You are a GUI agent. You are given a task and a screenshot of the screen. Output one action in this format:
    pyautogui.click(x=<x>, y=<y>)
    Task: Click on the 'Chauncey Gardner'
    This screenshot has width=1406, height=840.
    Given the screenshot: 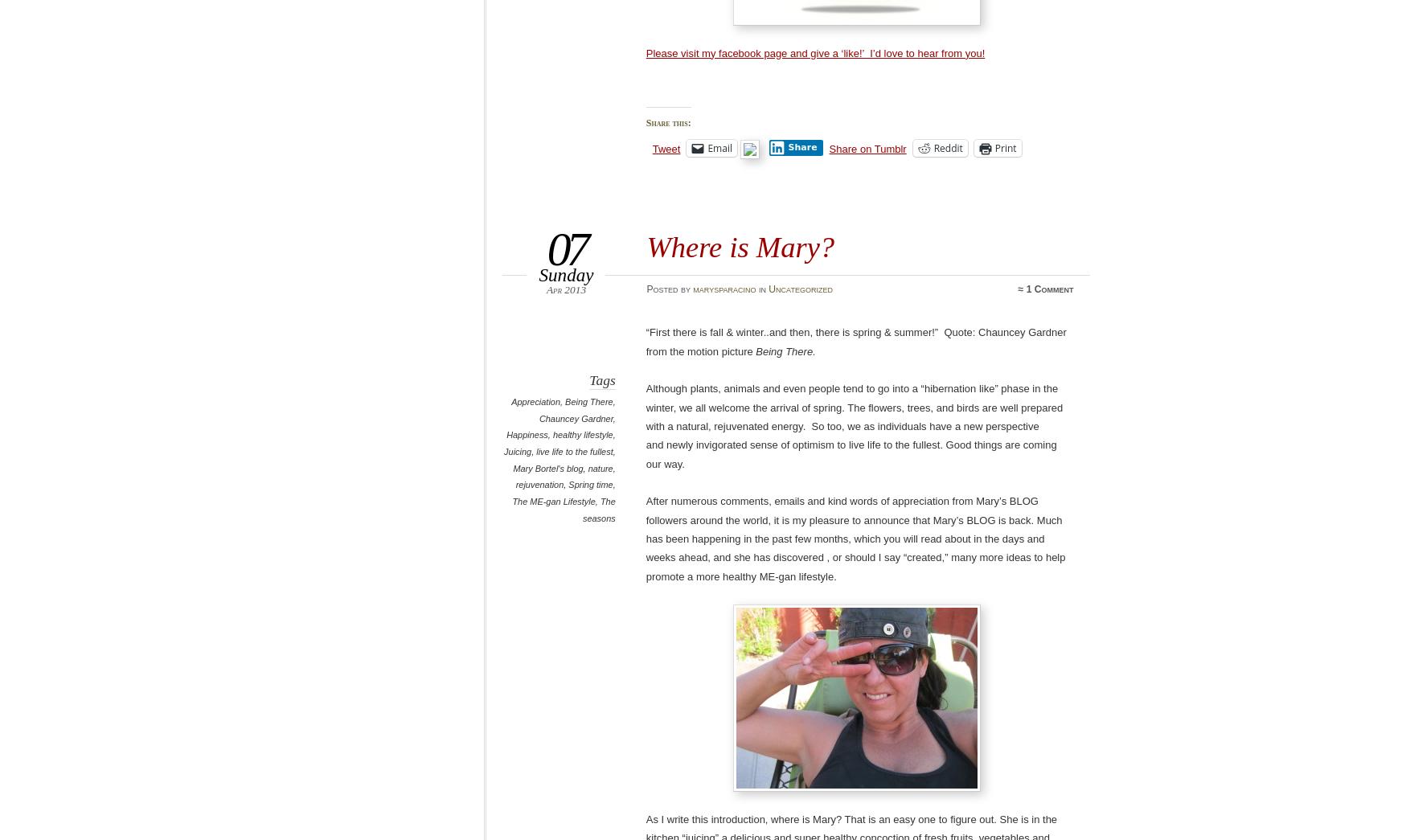 What is the action you would take?
    pyautogui.click(x=575, y=416)
    